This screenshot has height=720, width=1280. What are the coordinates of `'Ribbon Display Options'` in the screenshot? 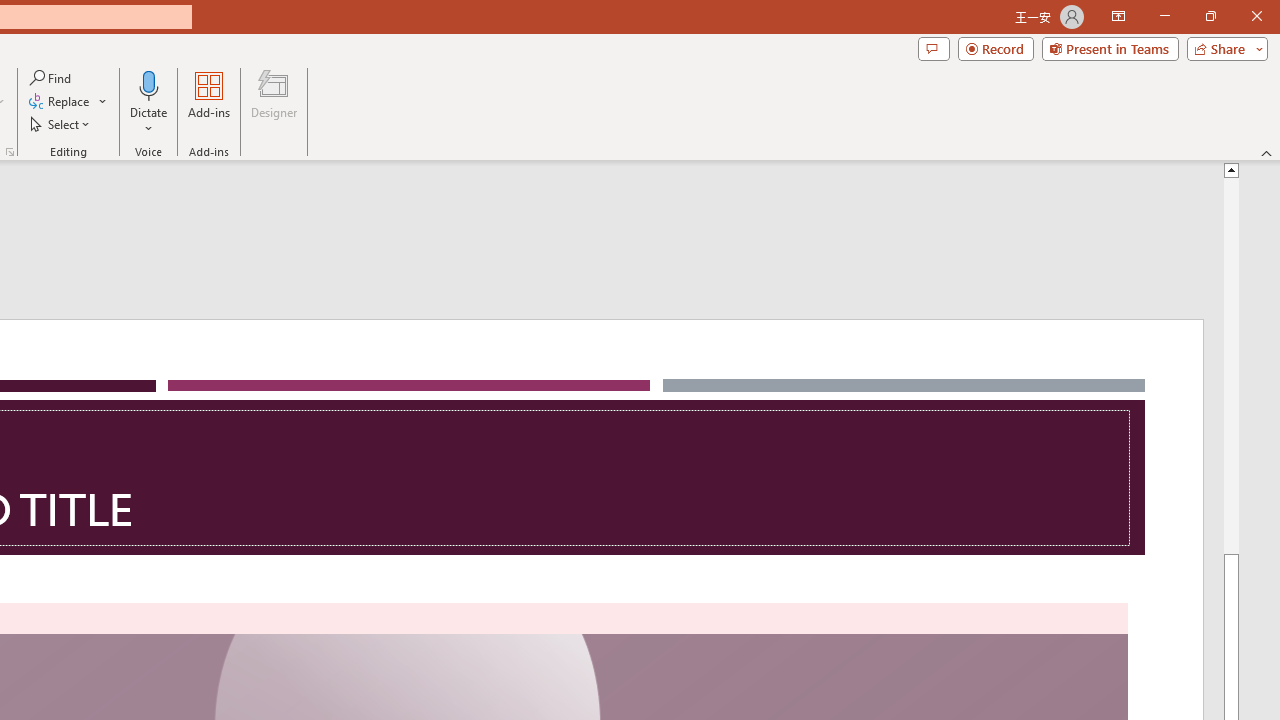 It's located at (1117, 16).